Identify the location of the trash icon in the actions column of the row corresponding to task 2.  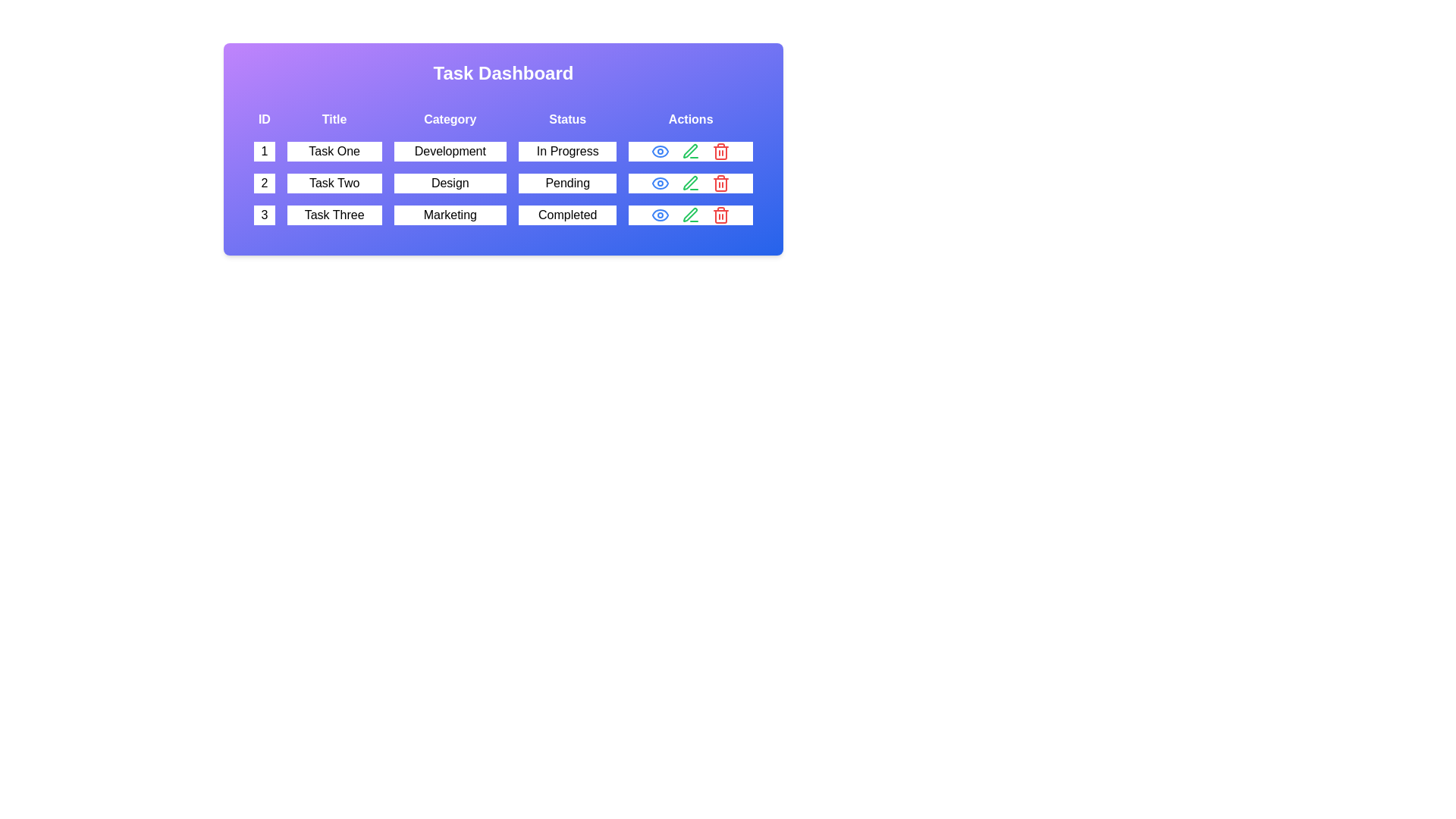
(720, 183).